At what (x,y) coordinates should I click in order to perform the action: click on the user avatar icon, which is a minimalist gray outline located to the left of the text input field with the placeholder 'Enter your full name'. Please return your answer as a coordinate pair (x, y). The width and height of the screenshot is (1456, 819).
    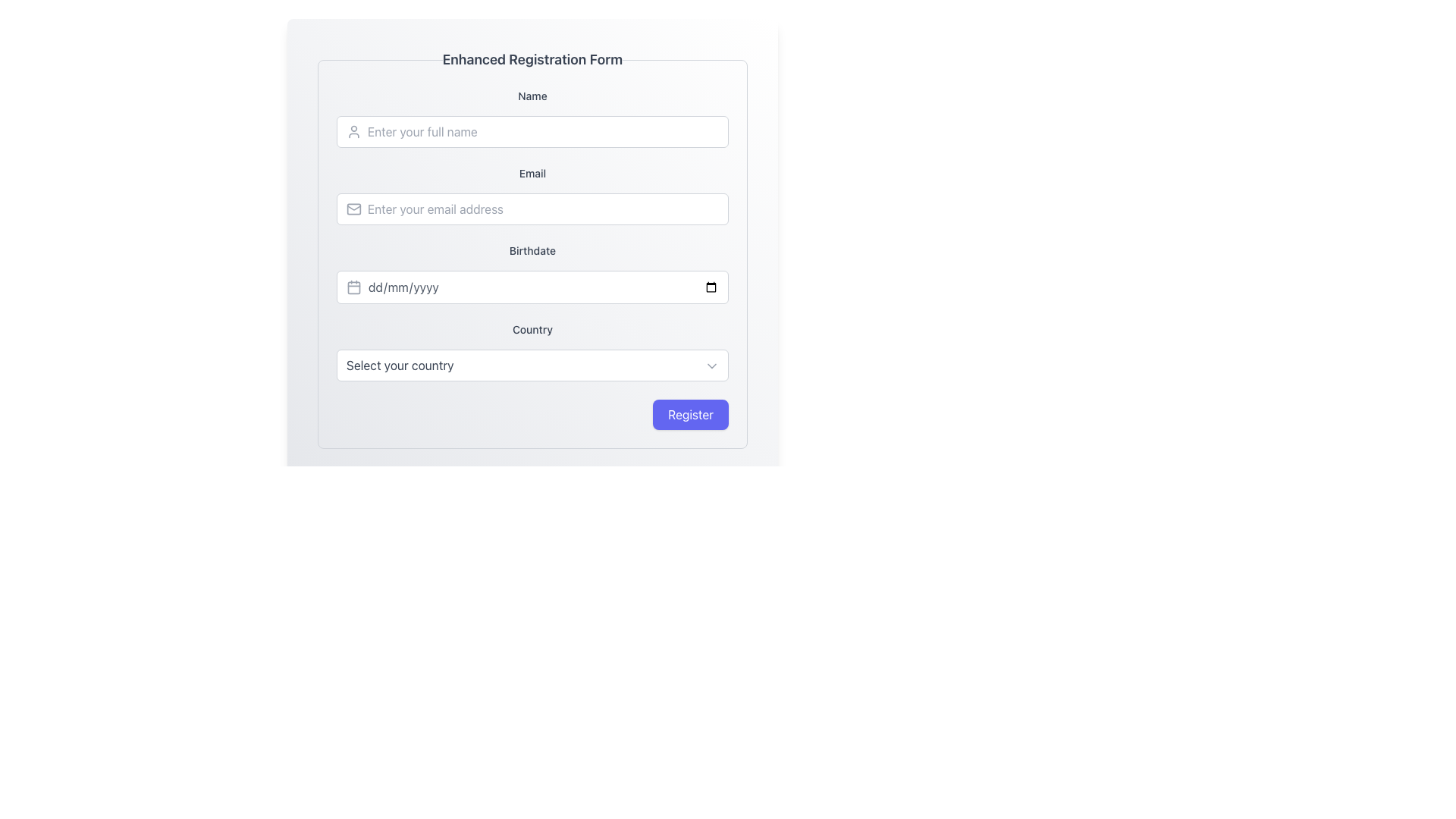
    Looking at the image, I should click on (353, 130).